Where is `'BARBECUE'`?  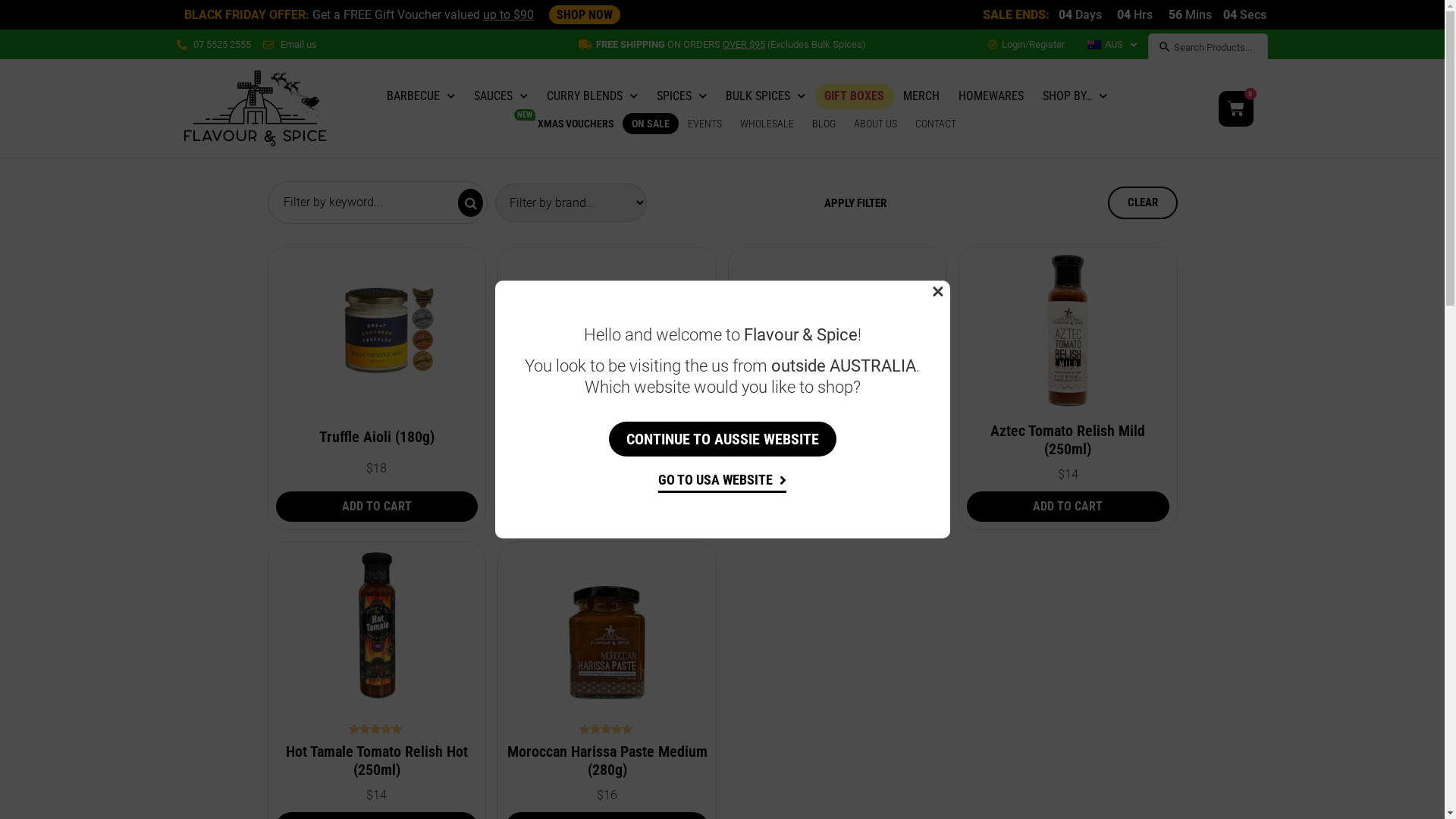 'BARBECUE' is located at coordinates (421, 96).